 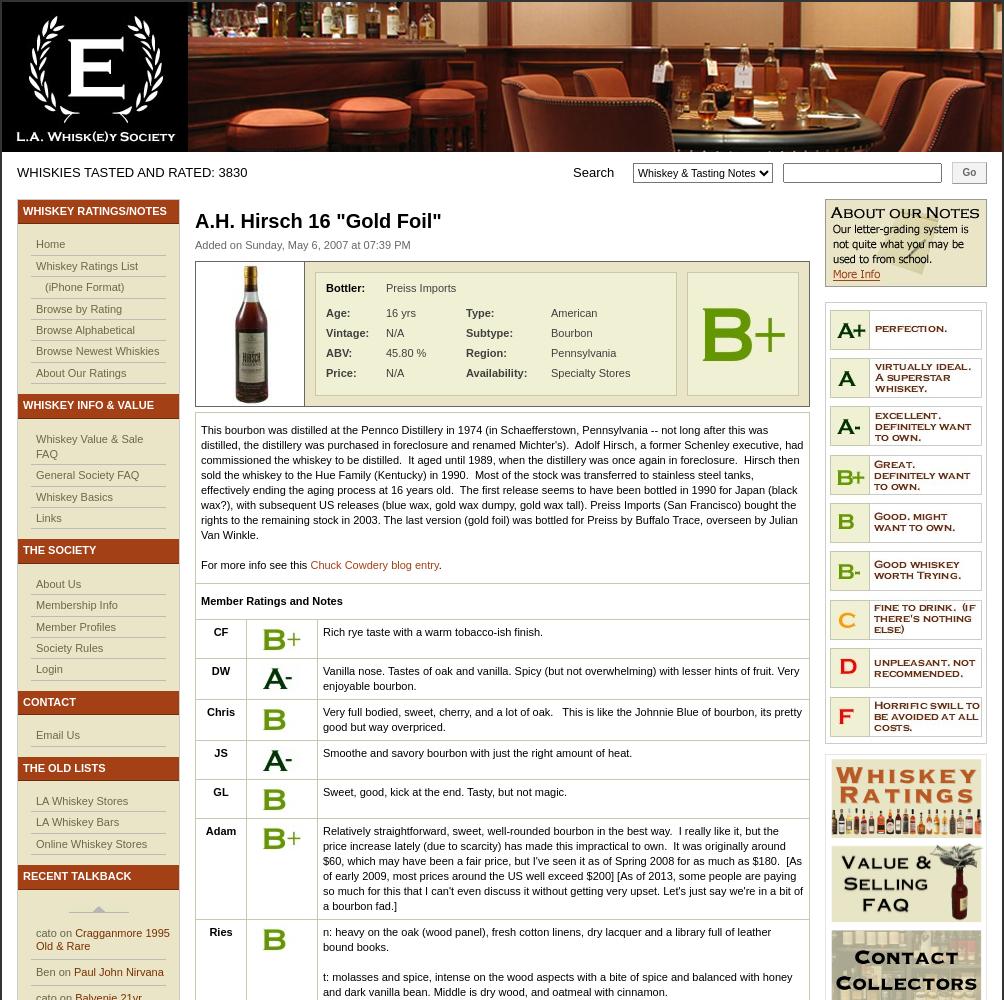 I want to click on 'Contact', so click(x=48, y=700).